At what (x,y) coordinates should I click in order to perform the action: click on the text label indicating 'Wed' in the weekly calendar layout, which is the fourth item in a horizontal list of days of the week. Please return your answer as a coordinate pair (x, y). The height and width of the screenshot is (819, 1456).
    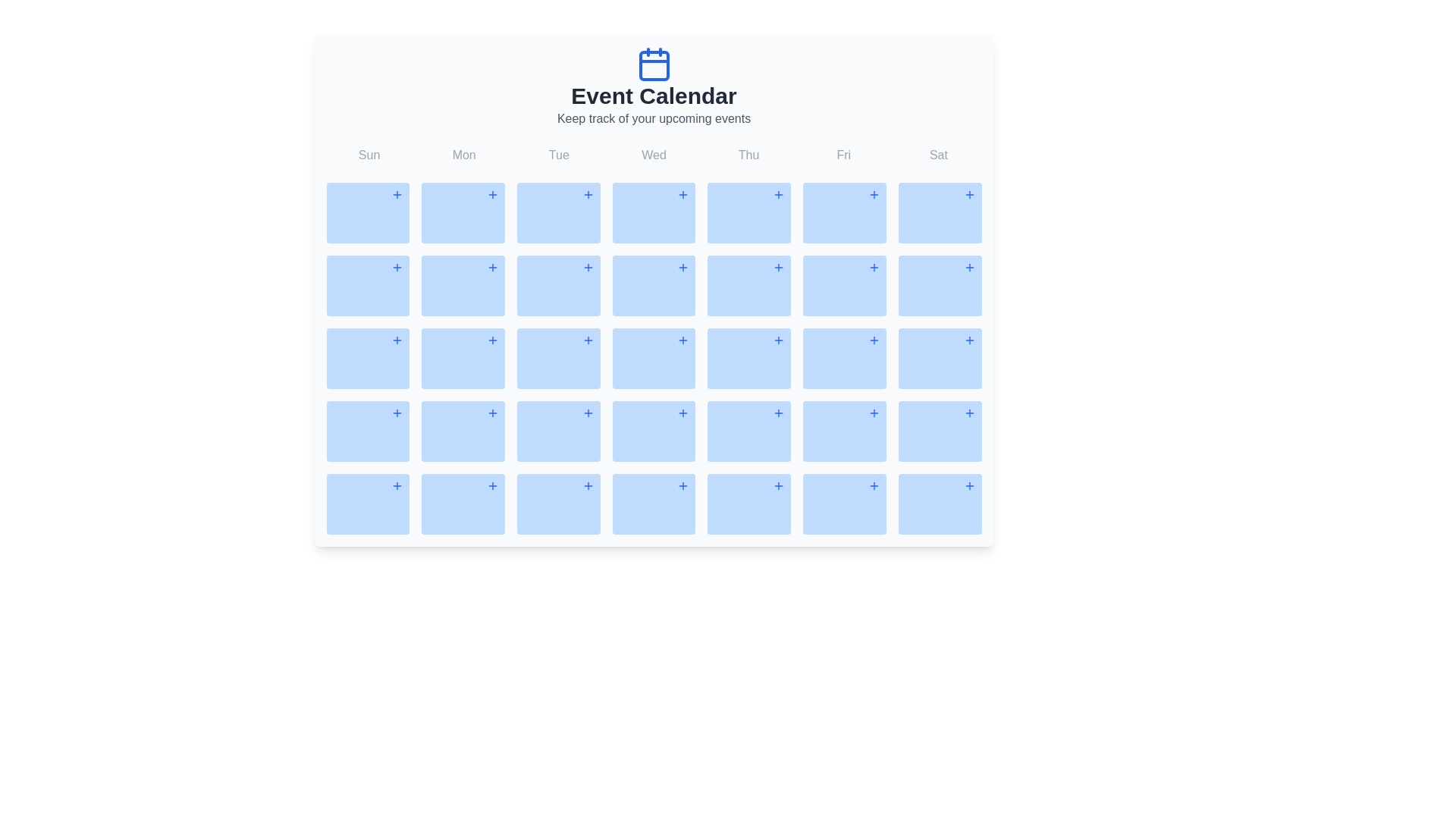
    Looking at the image, I should click on (654, 155).